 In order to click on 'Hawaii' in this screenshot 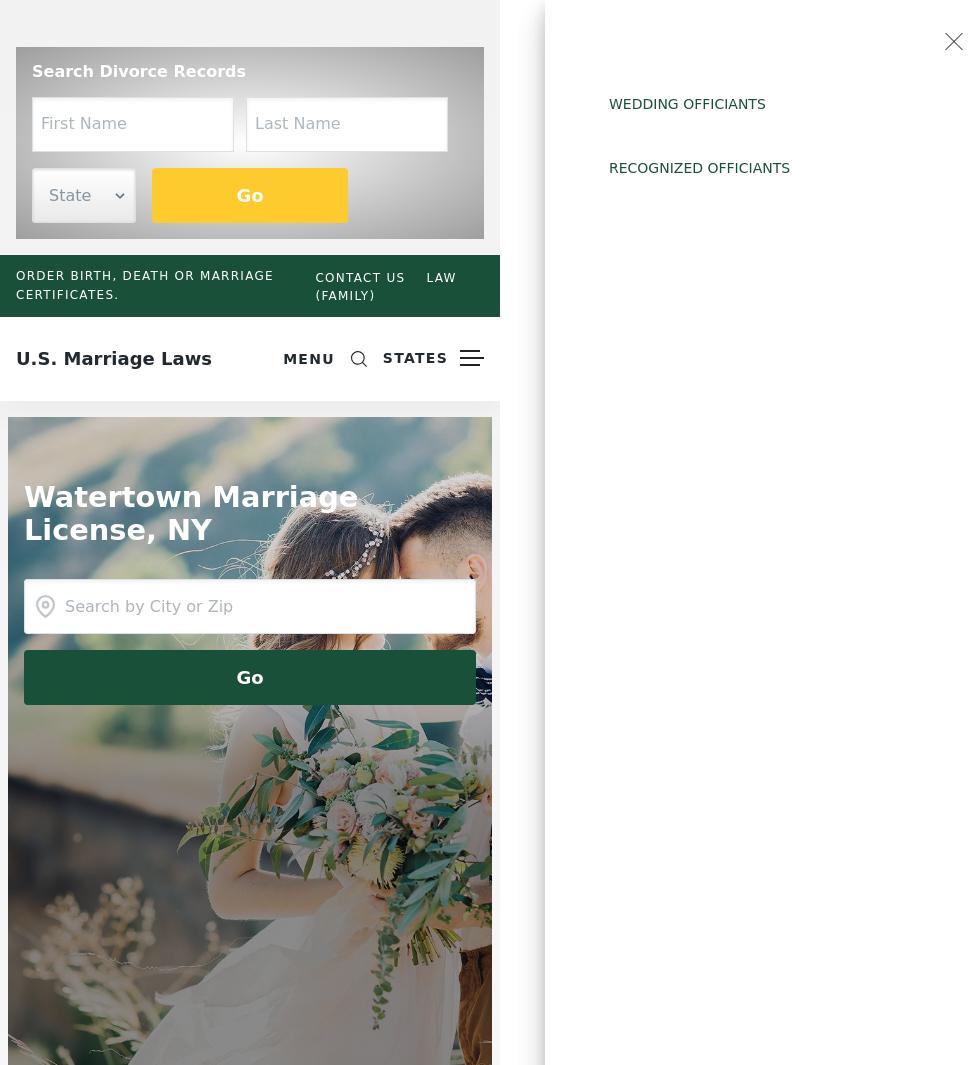, I will do `click(634, 544)`.